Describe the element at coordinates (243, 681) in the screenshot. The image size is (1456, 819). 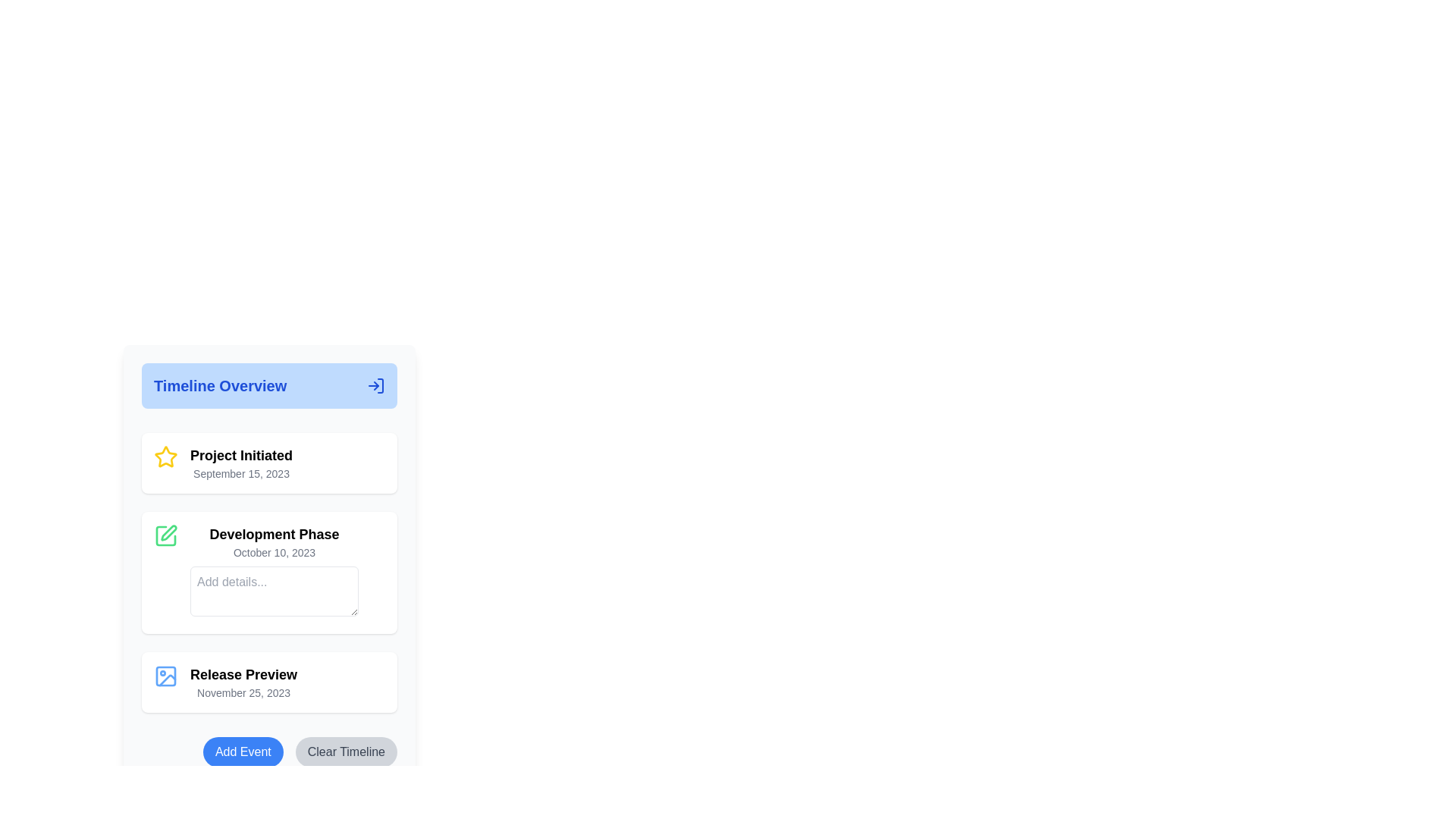
I see `the Text Display Group element containing 'Release Preview' and 'November 25, 2023' by moving to its center point` at that location.